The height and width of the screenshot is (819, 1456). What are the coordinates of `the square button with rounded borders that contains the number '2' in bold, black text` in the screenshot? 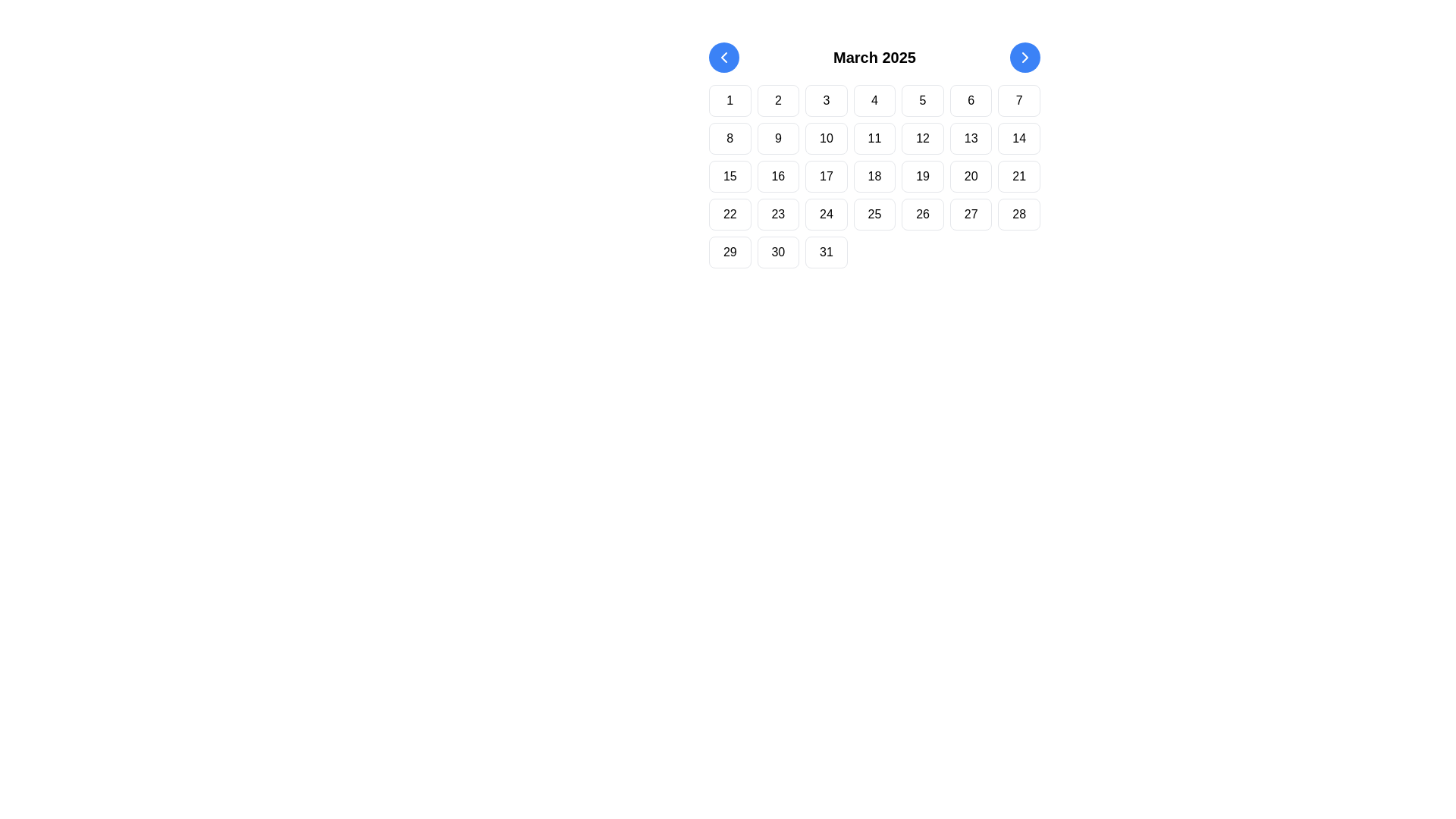 It's located at (778, 100).